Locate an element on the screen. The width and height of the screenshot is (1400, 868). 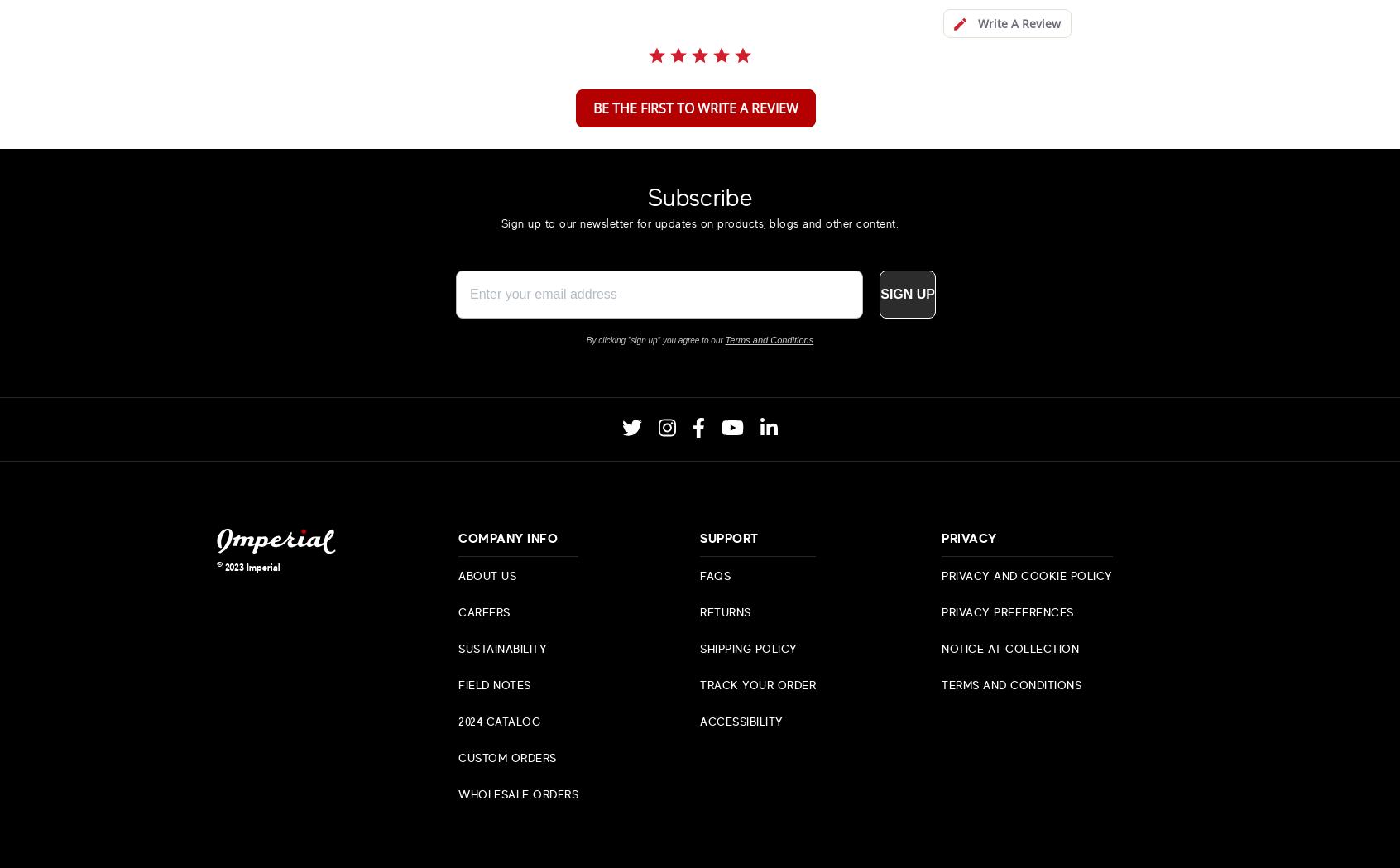
'Custom Orders' is located at coordinates (506, 755).